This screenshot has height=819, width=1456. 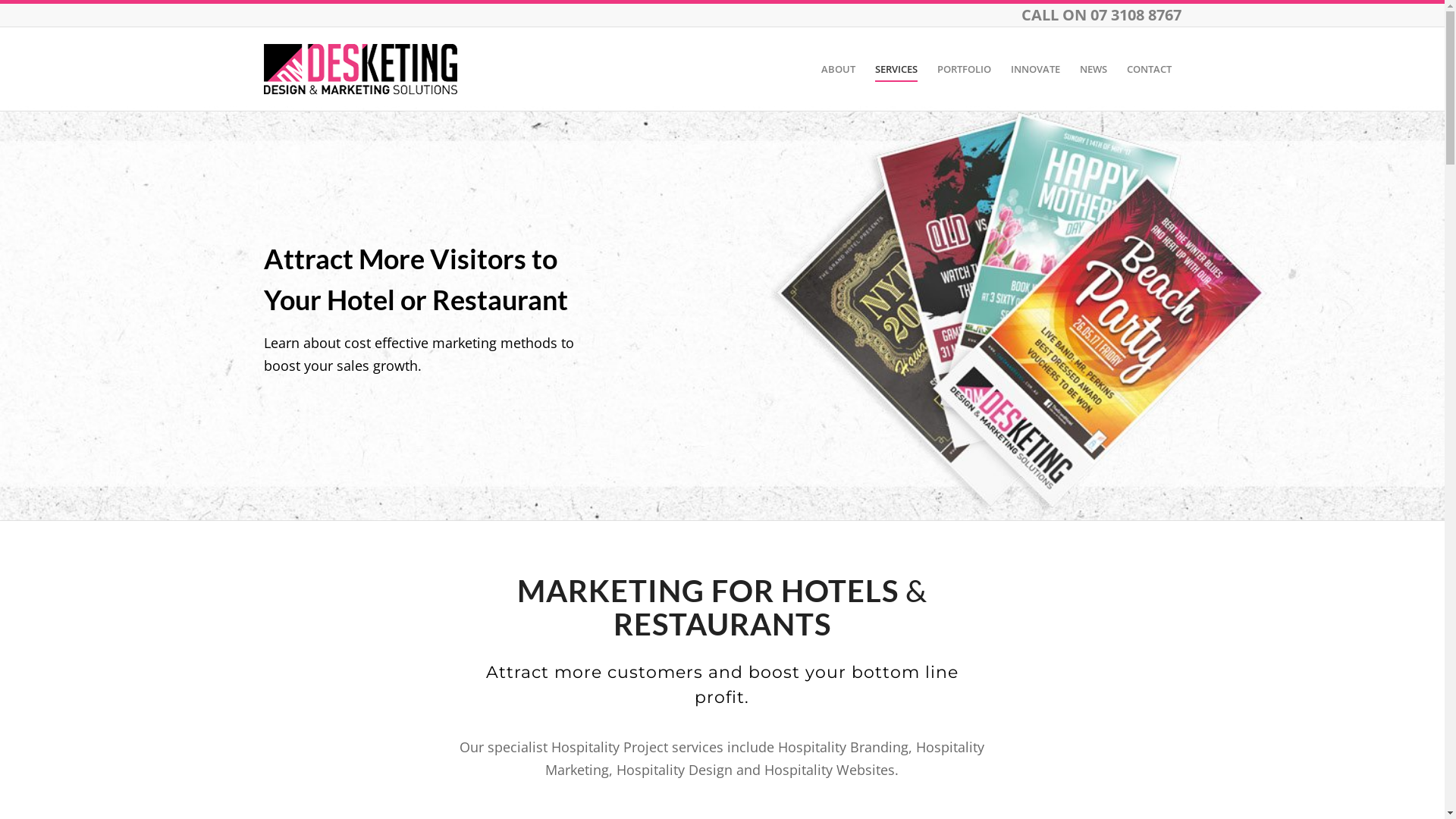 I want to click on 'INNOVATE', so click(x=1001, y=69).